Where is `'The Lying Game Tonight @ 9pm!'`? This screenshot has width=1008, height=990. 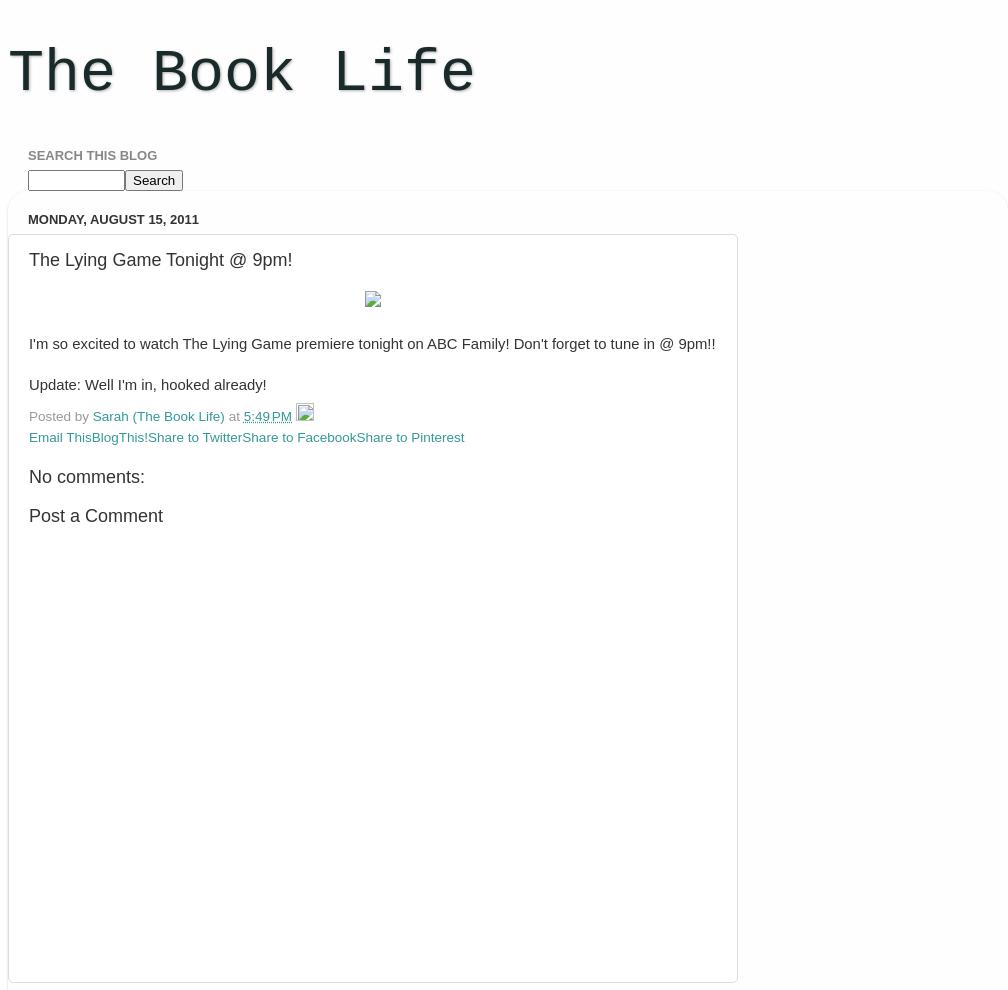
'The Lying Game Tonight @ 9pm!' is located at coordinates (160, 258).